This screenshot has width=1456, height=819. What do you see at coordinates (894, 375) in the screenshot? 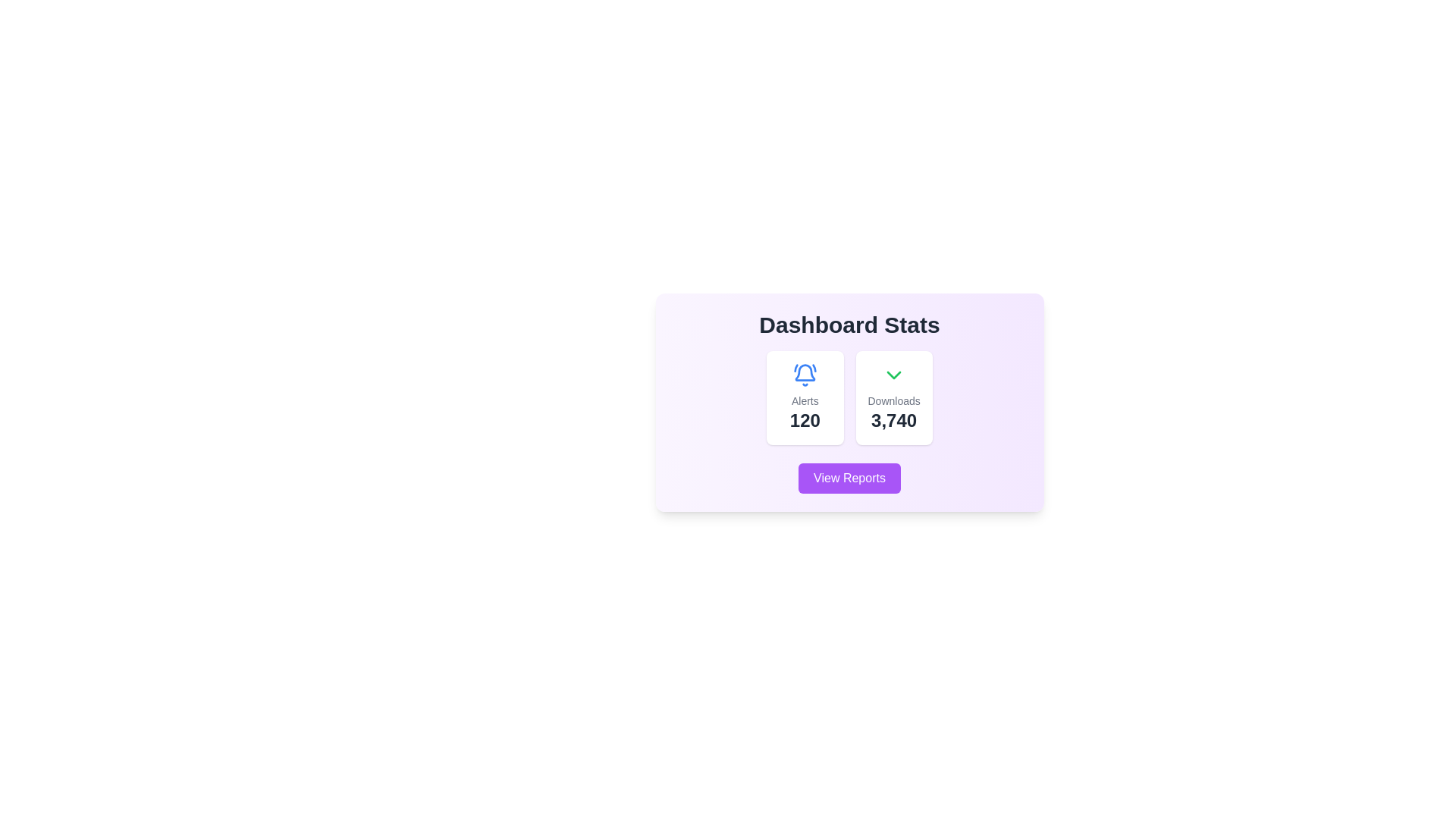
I see `the chevron indicator above the 'Downloads' label in the right-hand card for accessibility navigation` at bounding box center [894, 375].